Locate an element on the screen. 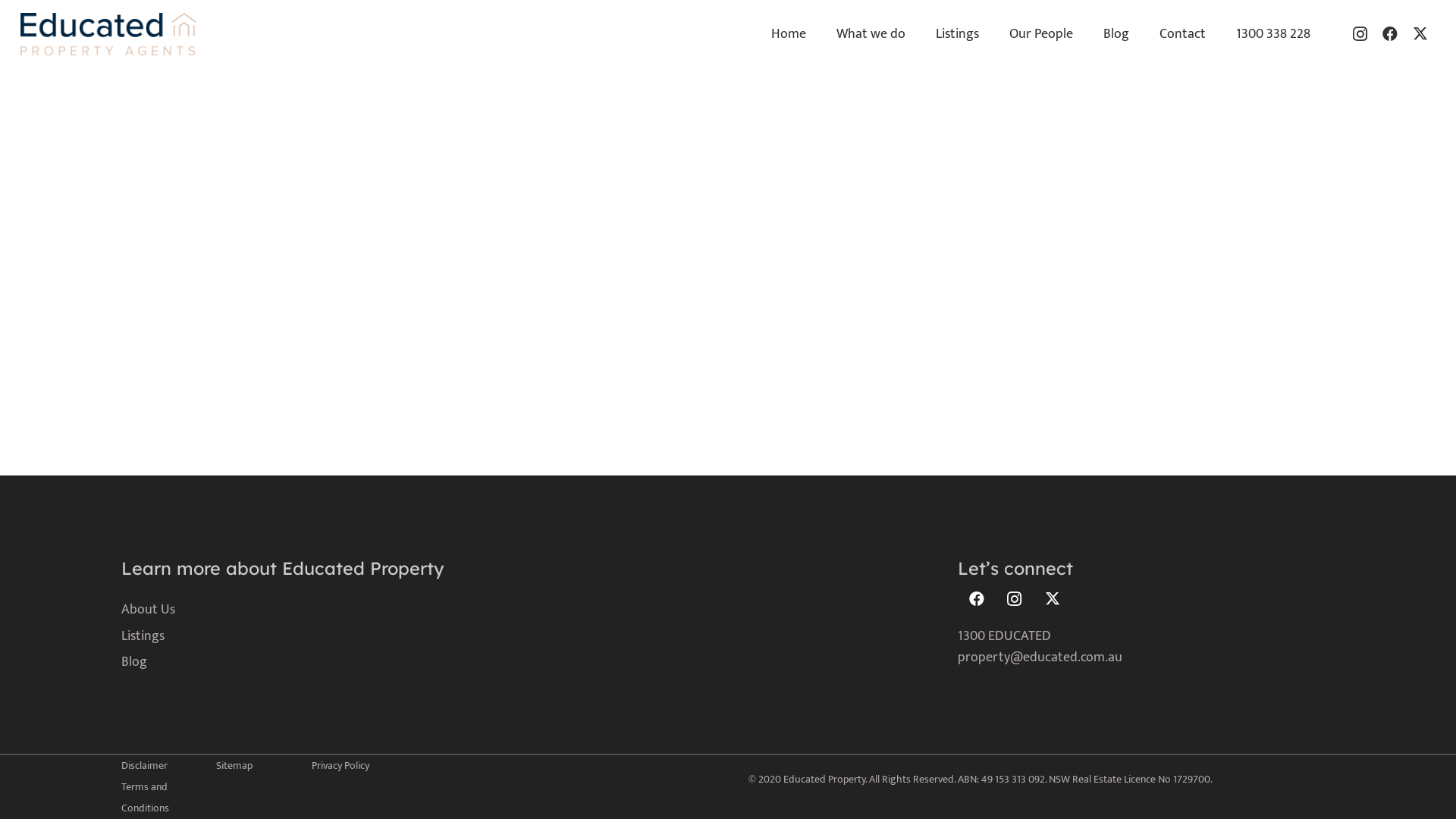 The image size is (1456, 819). '1300 EDUCATED' is located at coordinates (1004, 636).